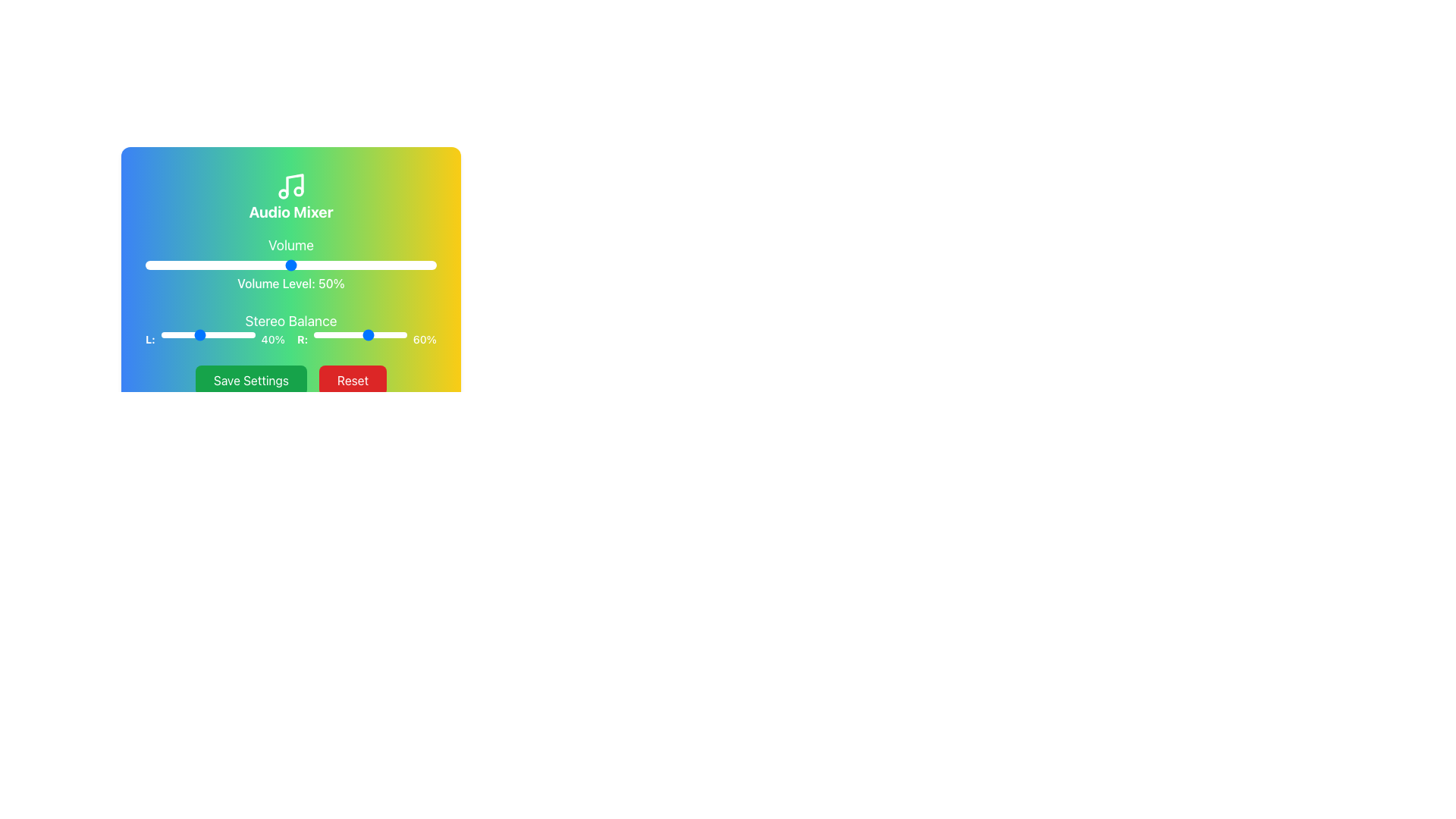 This screenshot has height=819, width=1456. Describe the element at coordinates (323, 334) in the screenshot. I see `the stereo balance` at that location.